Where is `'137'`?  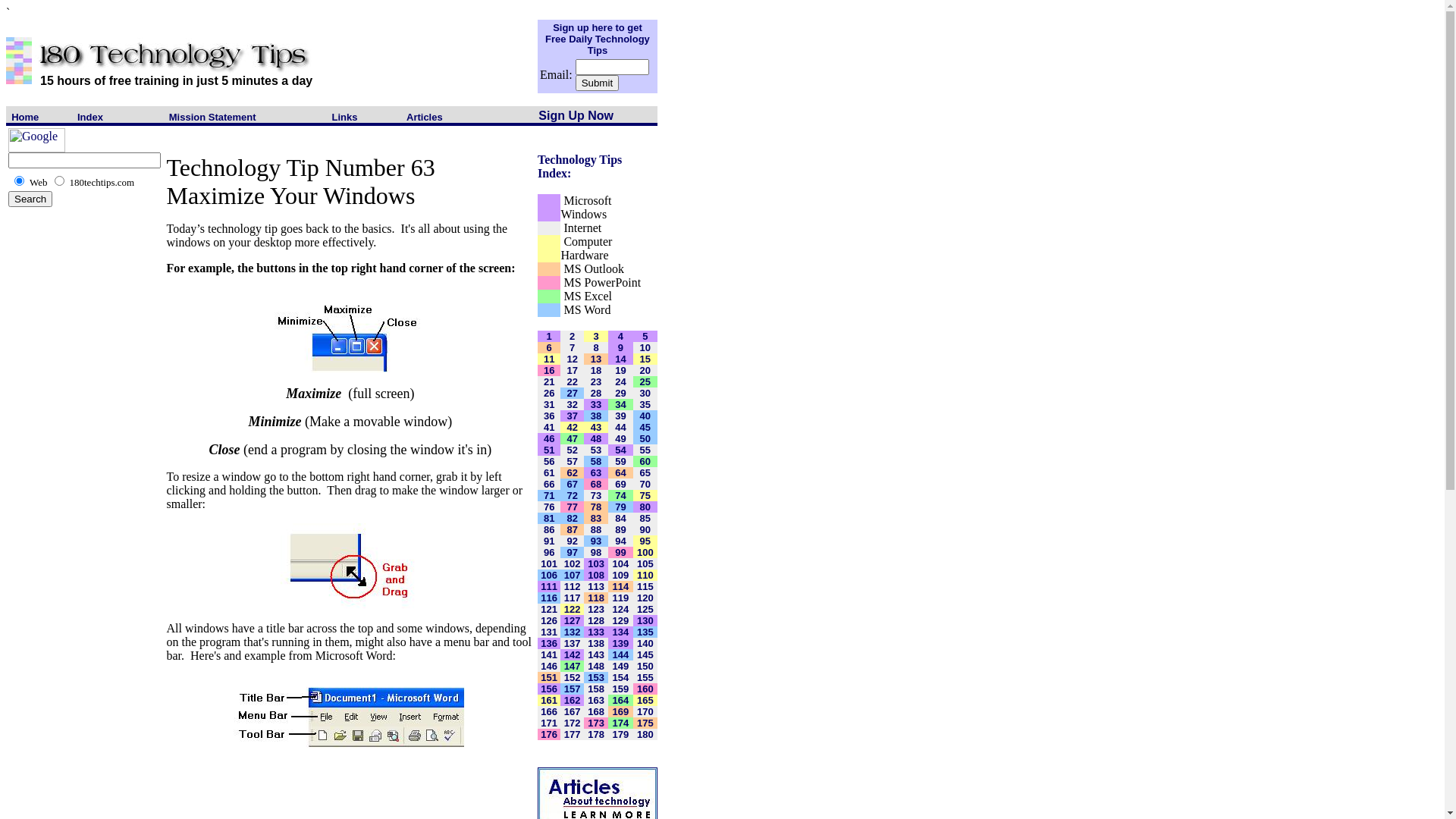
'137' is located at coordinates (571, 642).